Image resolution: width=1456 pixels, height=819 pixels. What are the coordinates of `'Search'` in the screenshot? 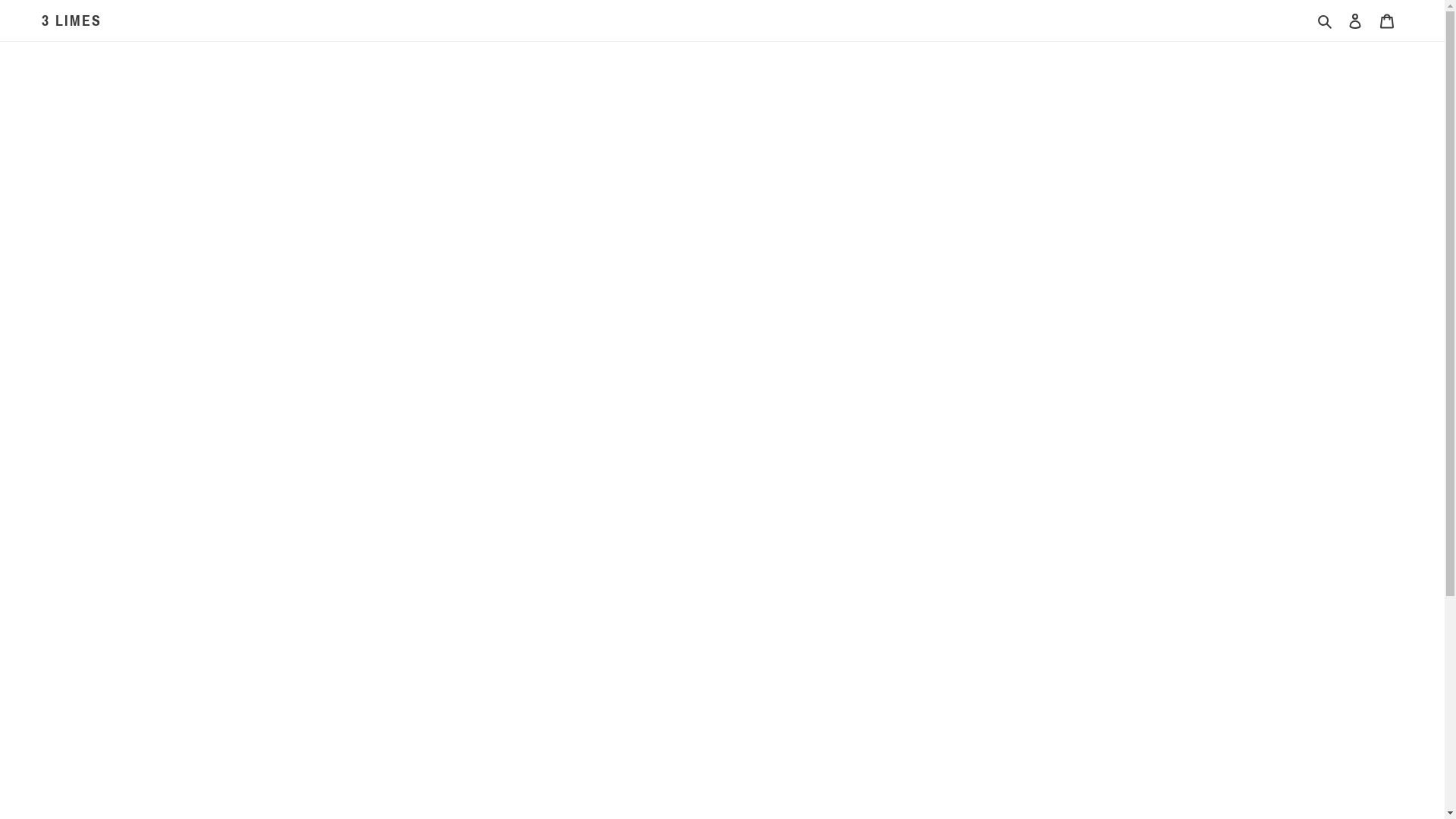 It's located at (1325, 20).